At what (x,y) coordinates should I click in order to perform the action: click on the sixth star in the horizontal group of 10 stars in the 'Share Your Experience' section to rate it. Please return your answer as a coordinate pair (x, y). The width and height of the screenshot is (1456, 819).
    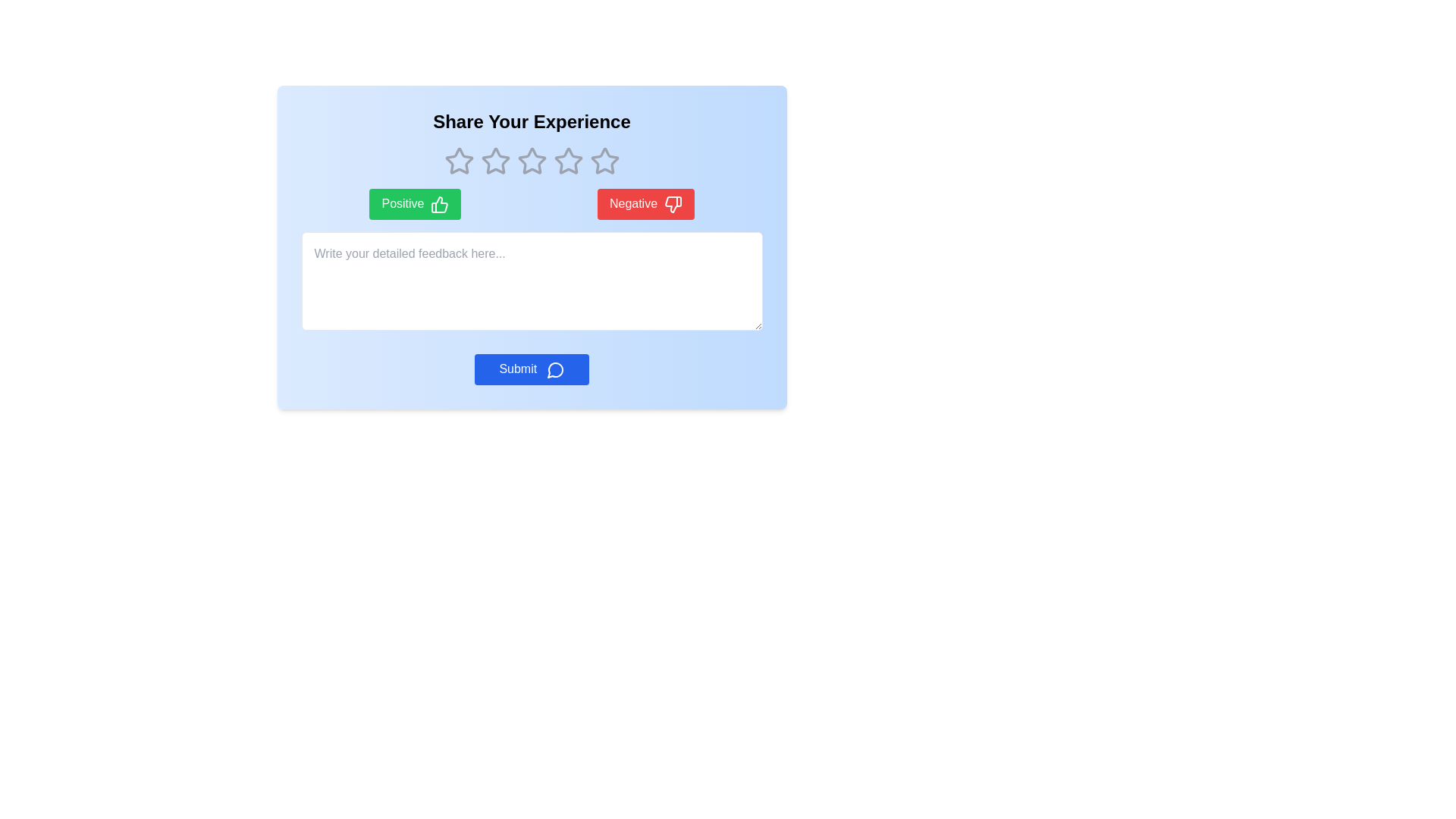
    Looking at the image, I should click on (567, 161).